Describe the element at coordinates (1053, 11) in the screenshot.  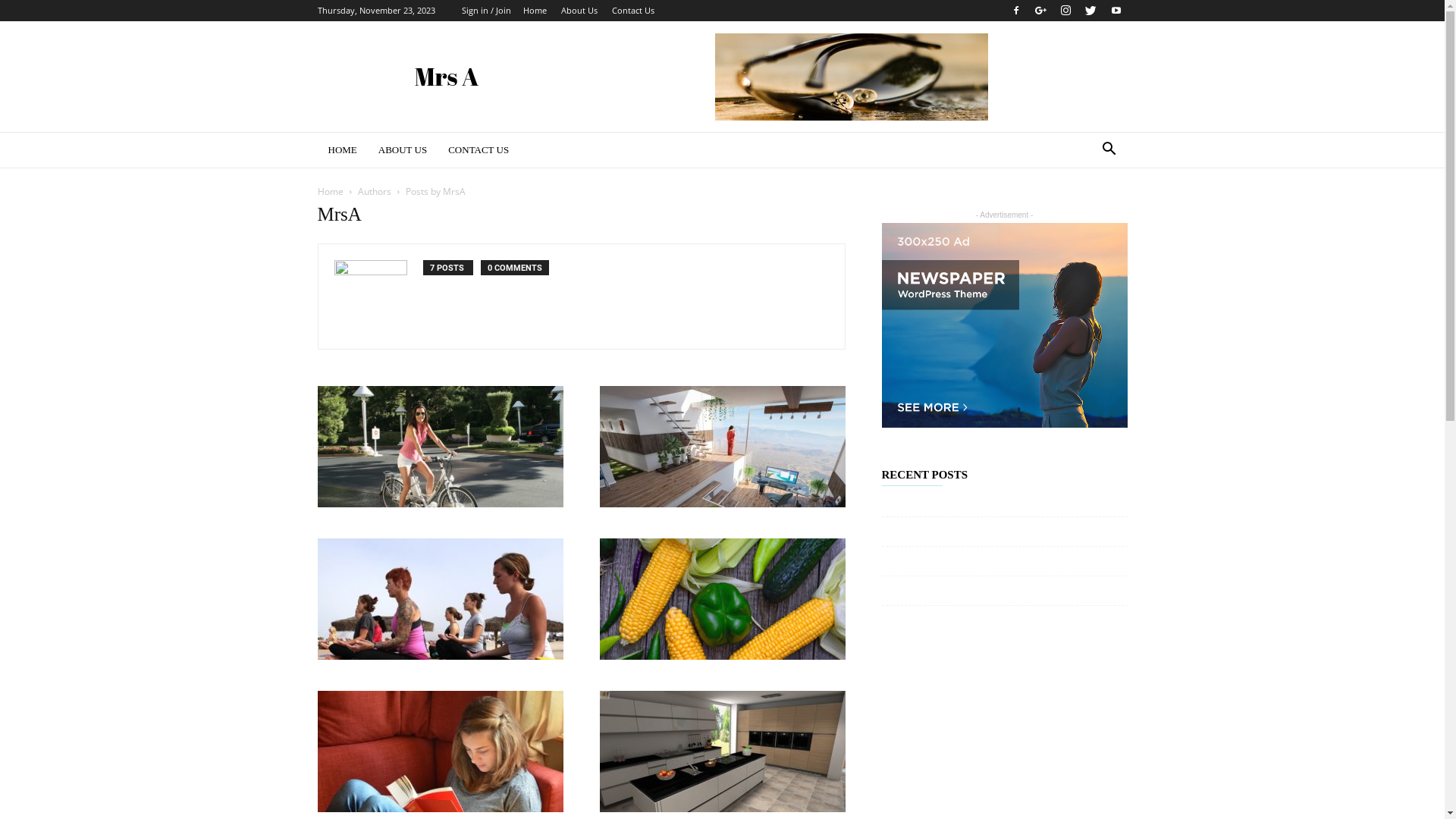
I see `'Instagram'` at that location.